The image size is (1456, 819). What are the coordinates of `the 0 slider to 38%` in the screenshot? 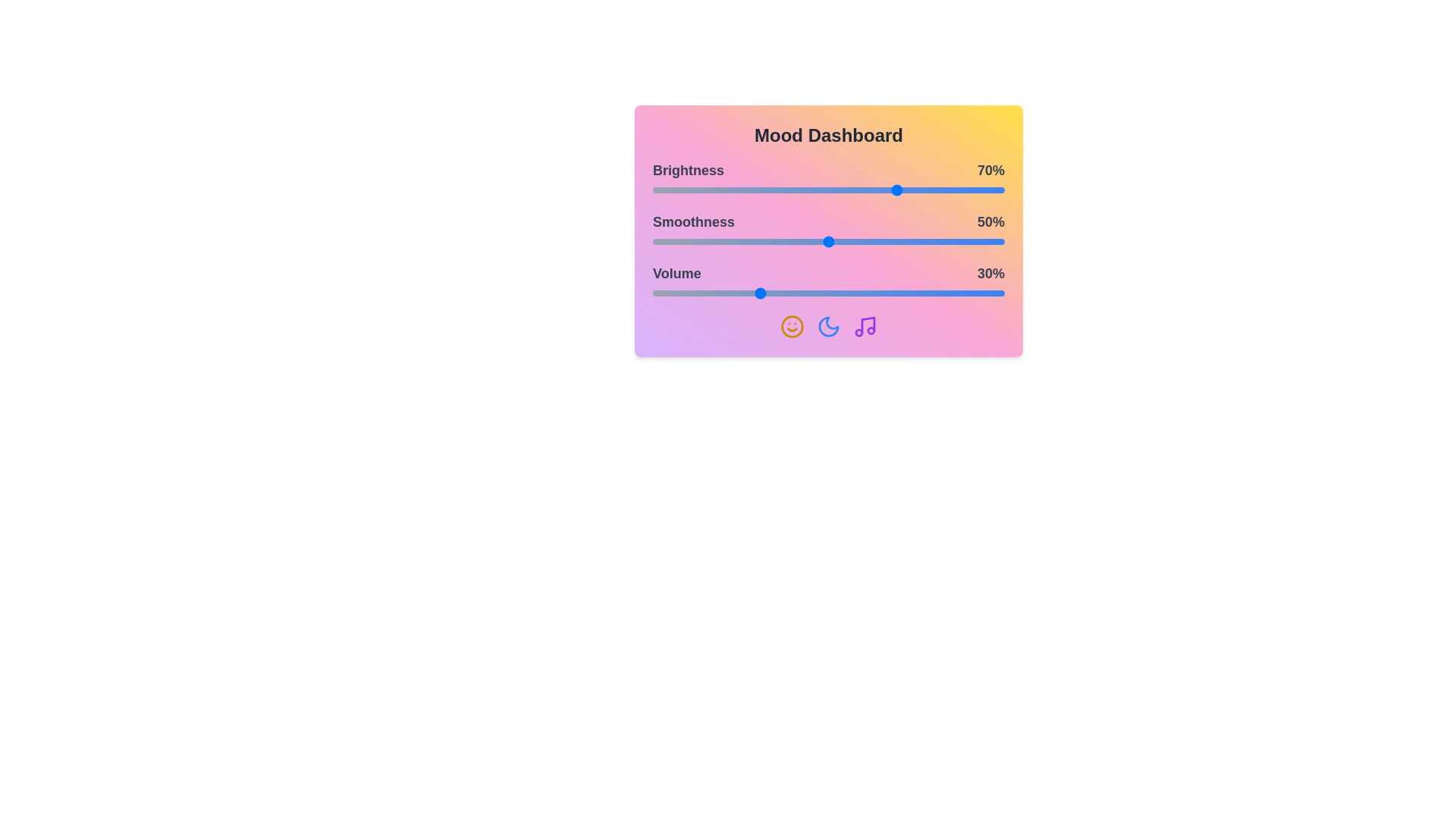 It's located at (786, 189).